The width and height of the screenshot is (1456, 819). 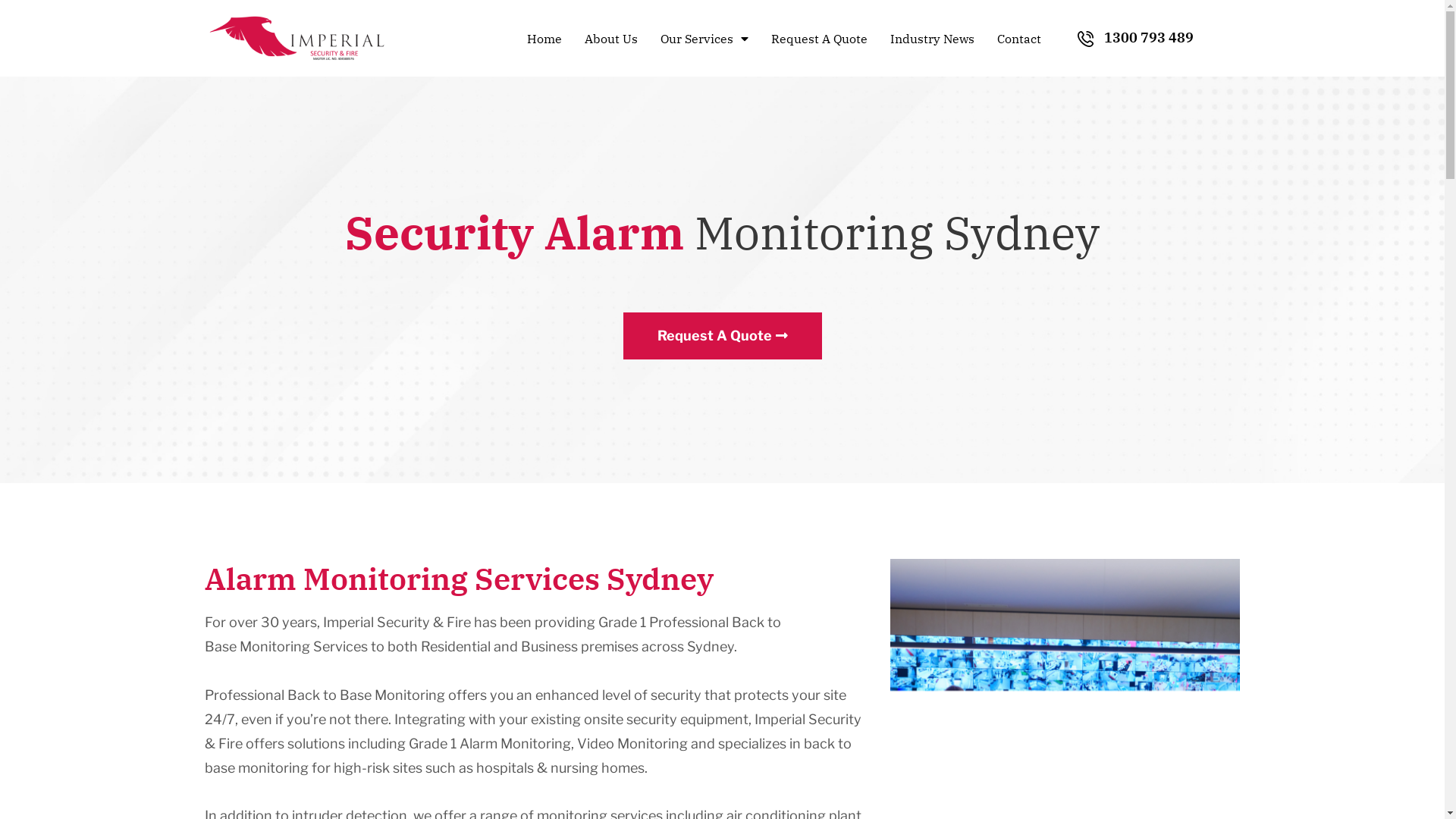 What do you see at coordinates (882, 37) in the screenshot?
I see `'Industry News'` at bounding box center [882, 37].